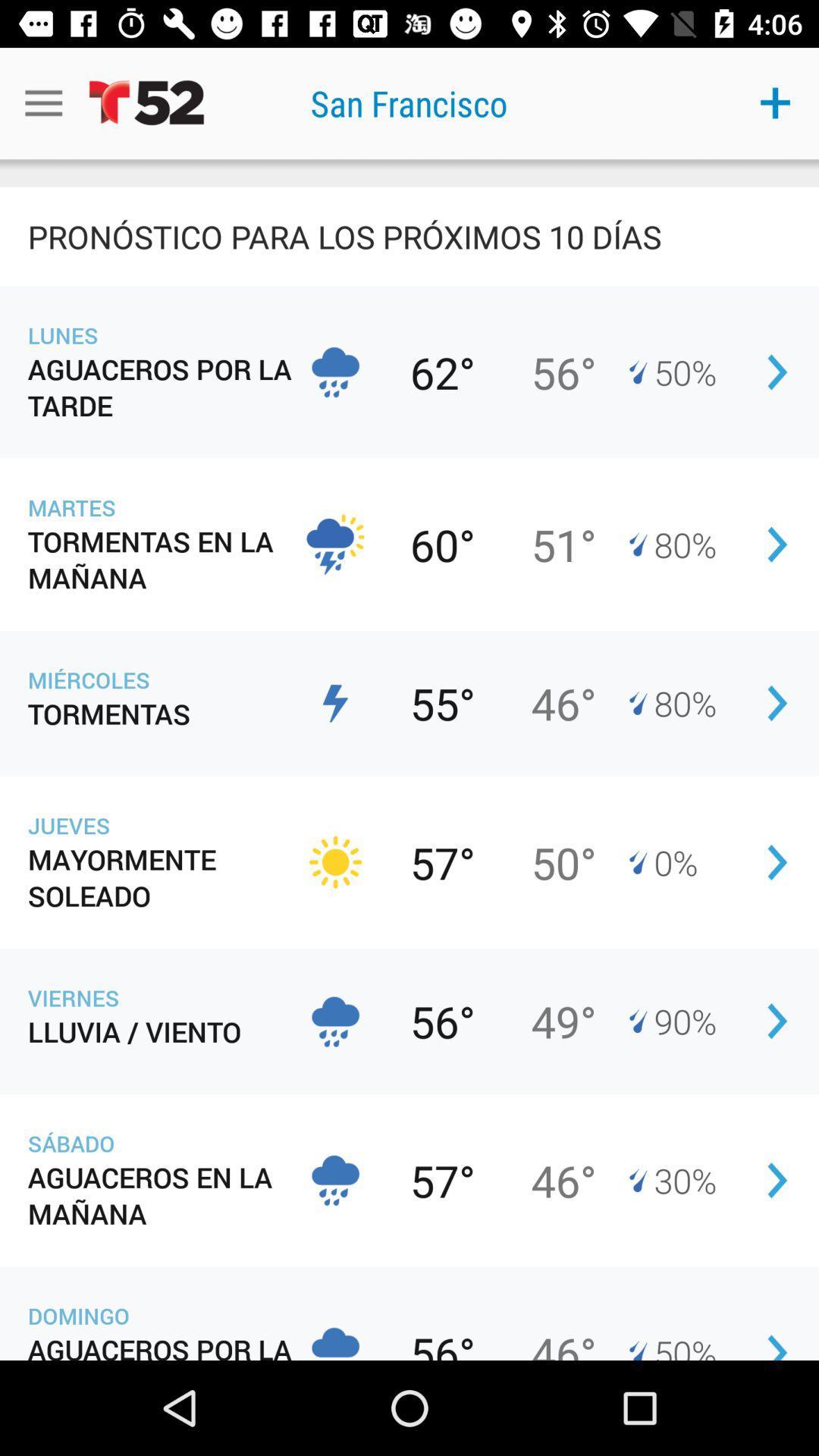 The image size is (819, 1456). I want to click on the fifth button on the top right corner of the web page, so click(777, 862).